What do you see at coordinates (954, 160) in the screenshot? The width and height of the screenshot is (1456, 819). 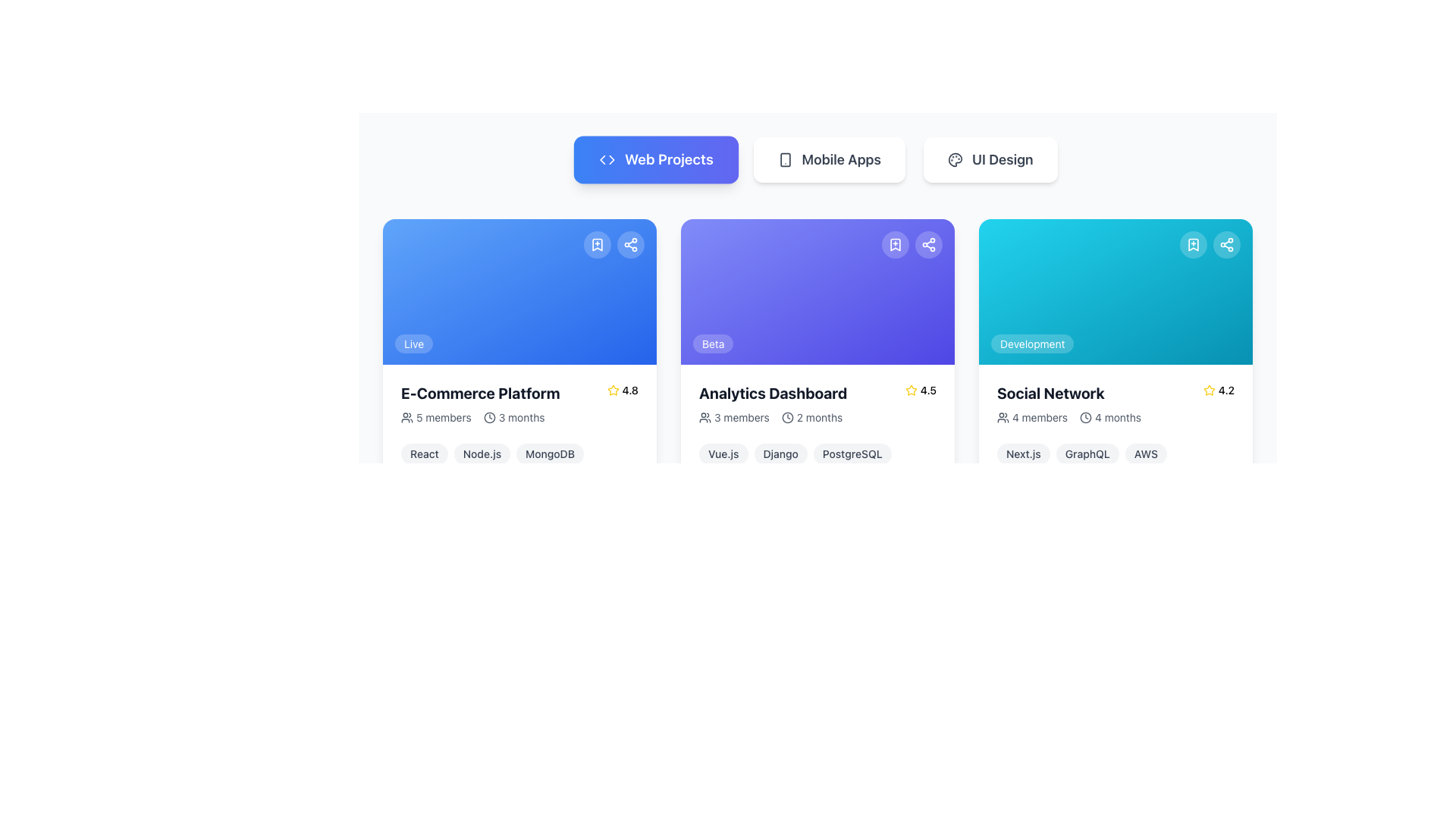 I see `the Decorative icon that represents user interface design, located within the button labeled 'UI Design', positioned to the left of the text label` at bounding box center [954, 160].